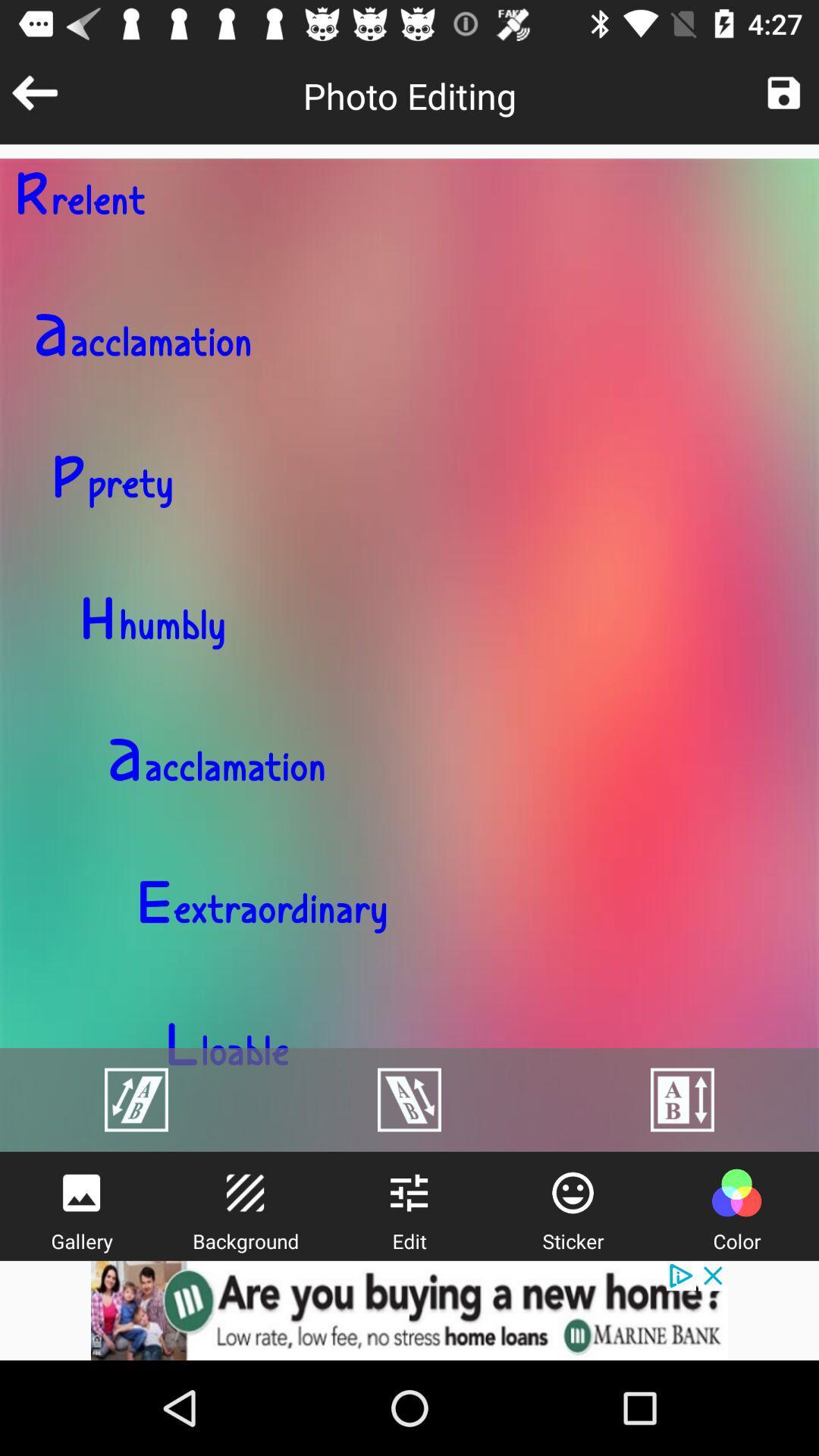 The image size is (819, 1456). Describe the element at coordinates (408, 1192) in the screenshot. I see `edit image` at that location.